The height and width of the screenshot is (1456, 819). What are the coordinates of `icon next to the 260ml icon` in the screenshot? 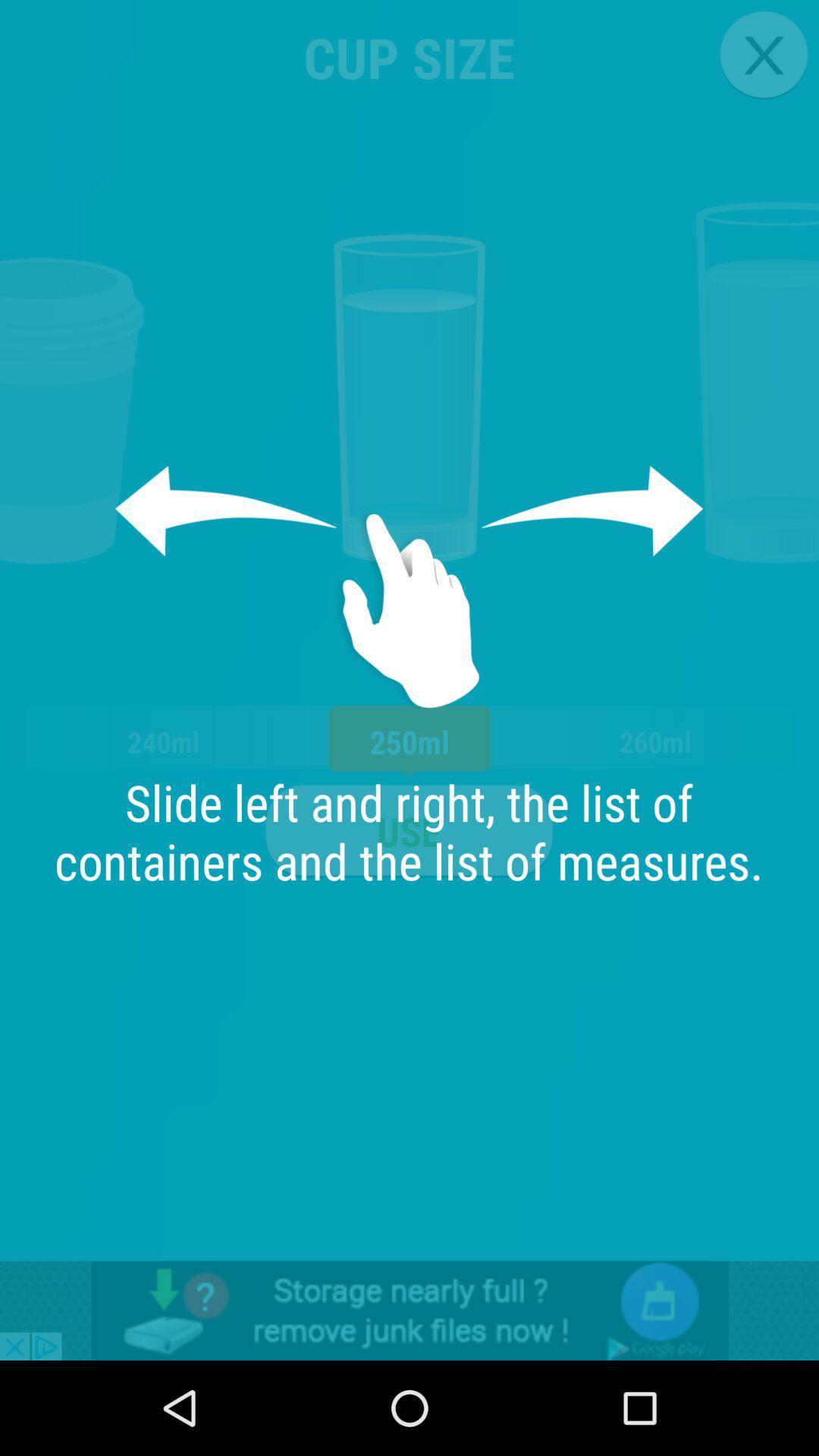 It's located at (408, 830).